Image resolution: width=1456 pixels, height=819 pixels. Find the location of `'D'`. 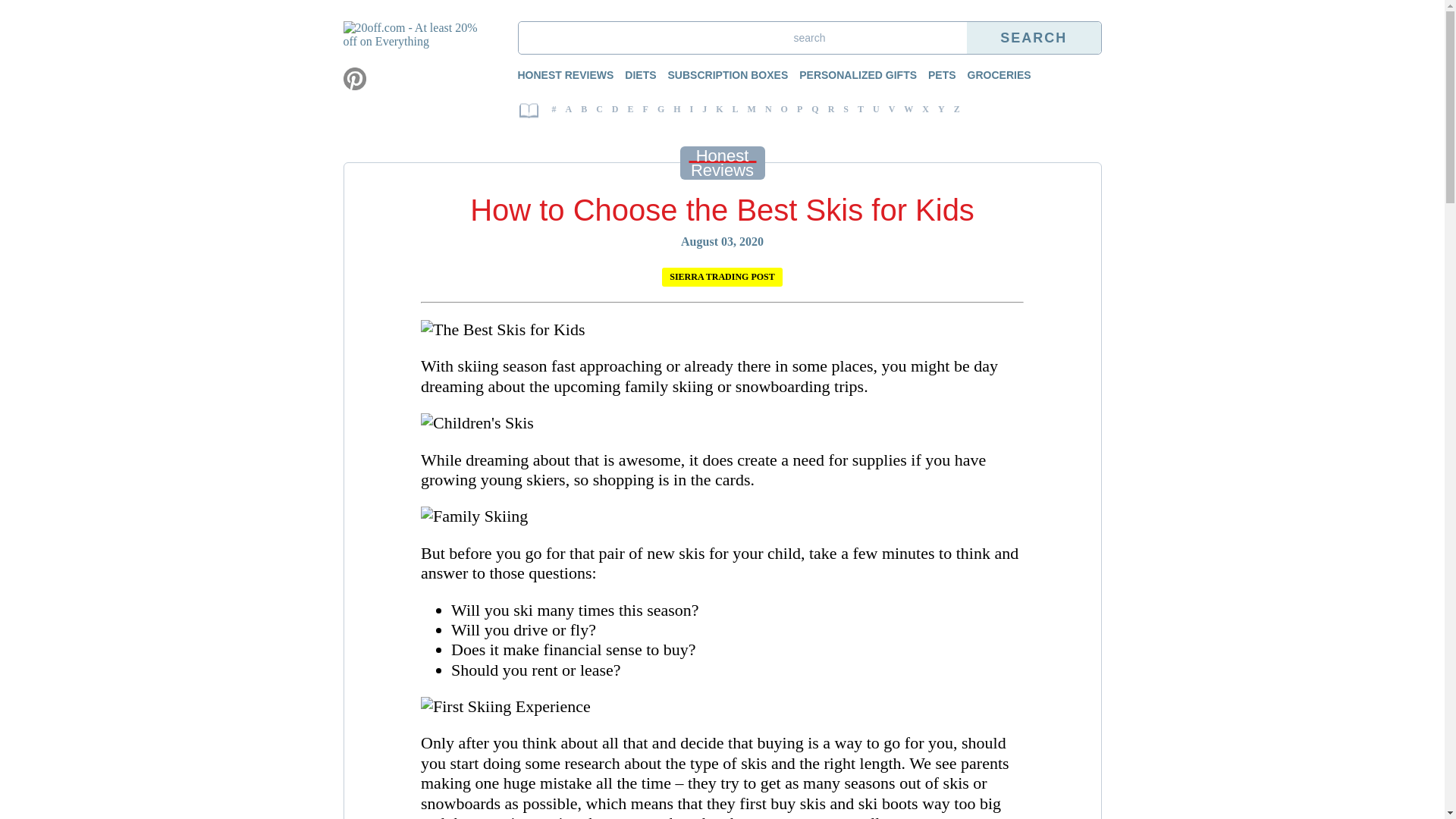

'D' is located at coordinates (615, 108).